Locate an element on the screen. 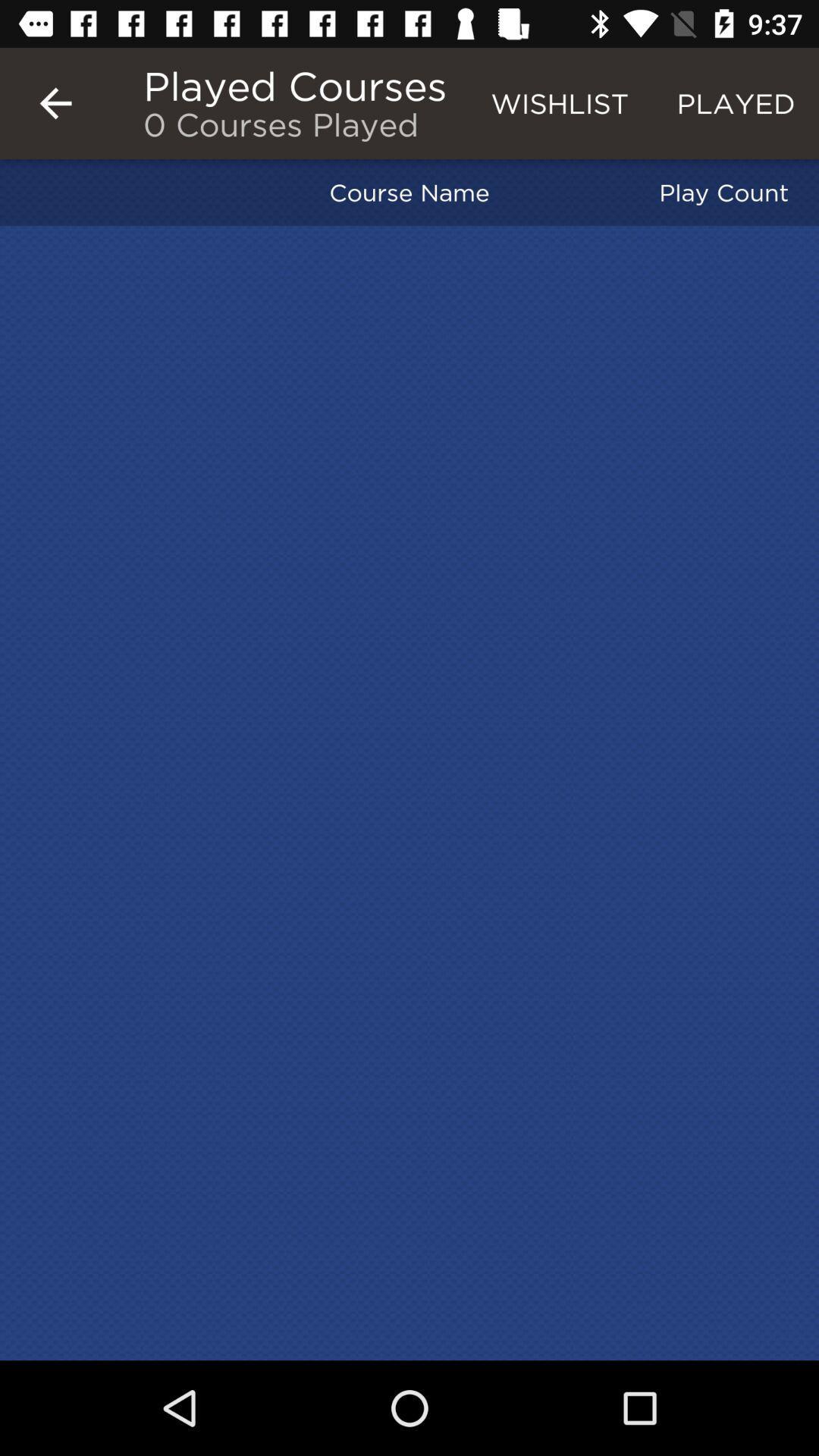 Image resolution: width=819 pixels, height=1456 pixels. item to the right of played courses item is located at coordinates (560, 102).